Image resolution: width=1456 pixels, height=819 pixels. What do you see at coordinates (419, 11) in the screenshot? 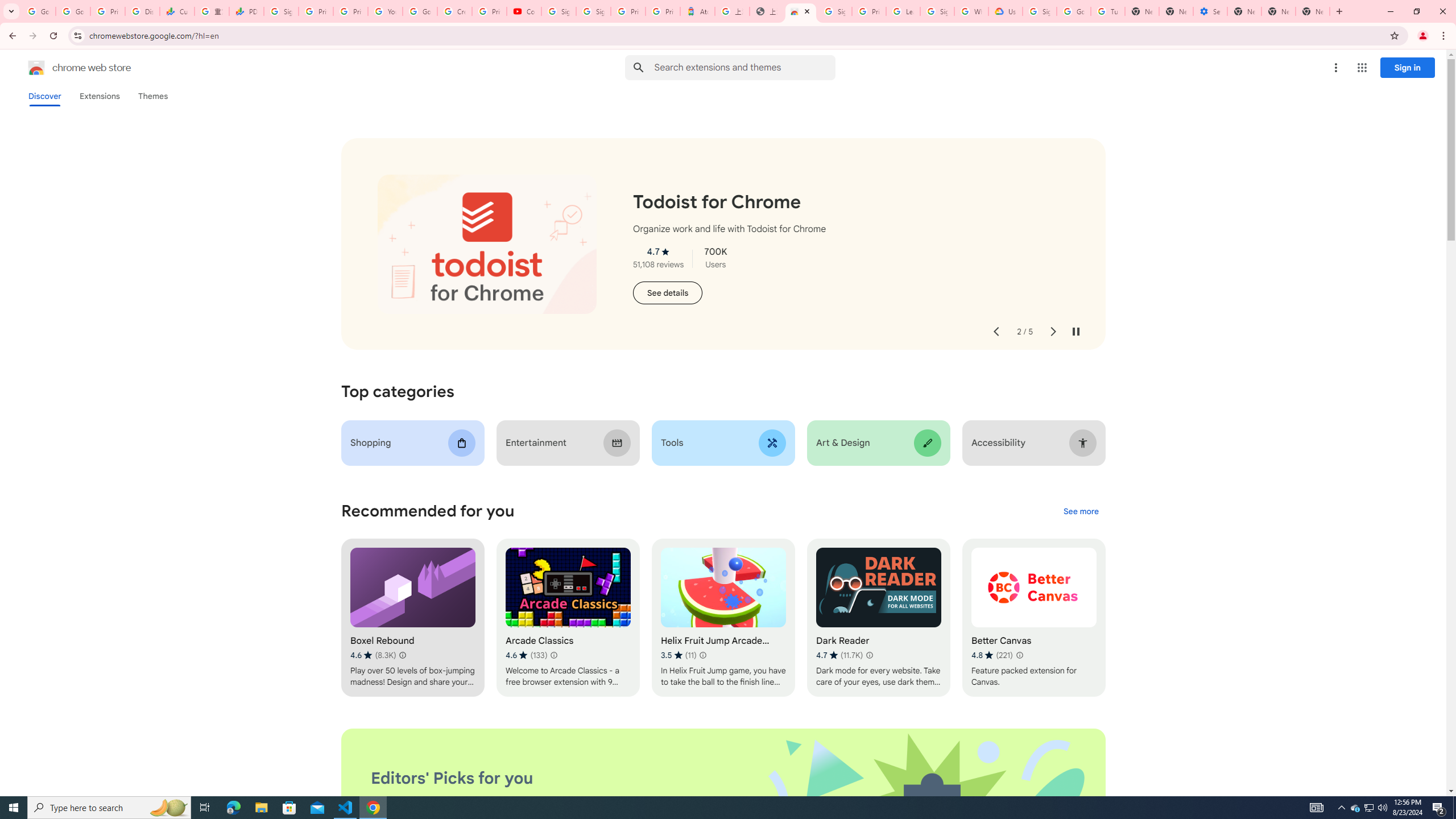
I see `'Google Account Help'` at bounding box center [419, 11].